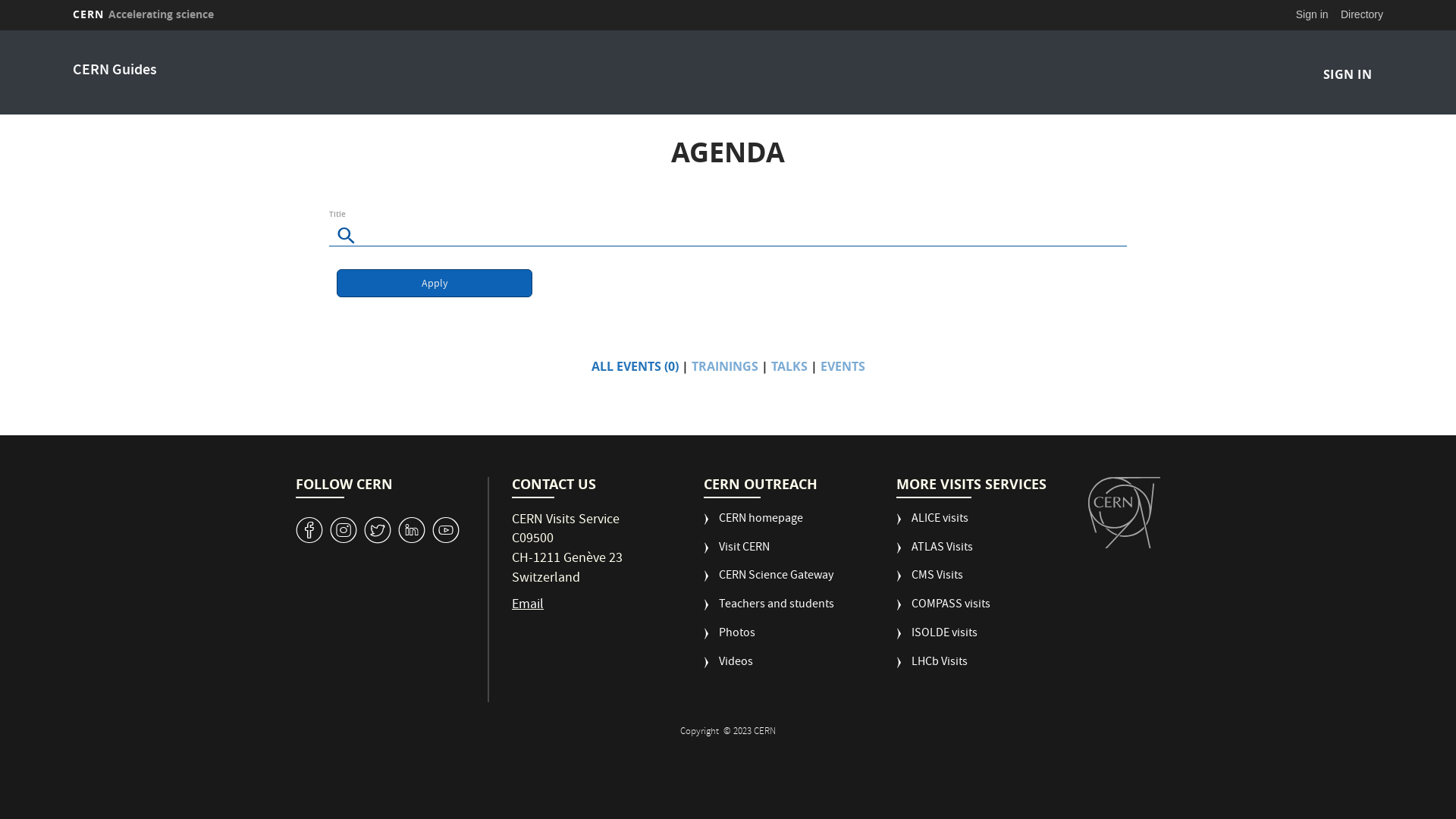  I want to click on 'Teachers and students', so click(768, 610).